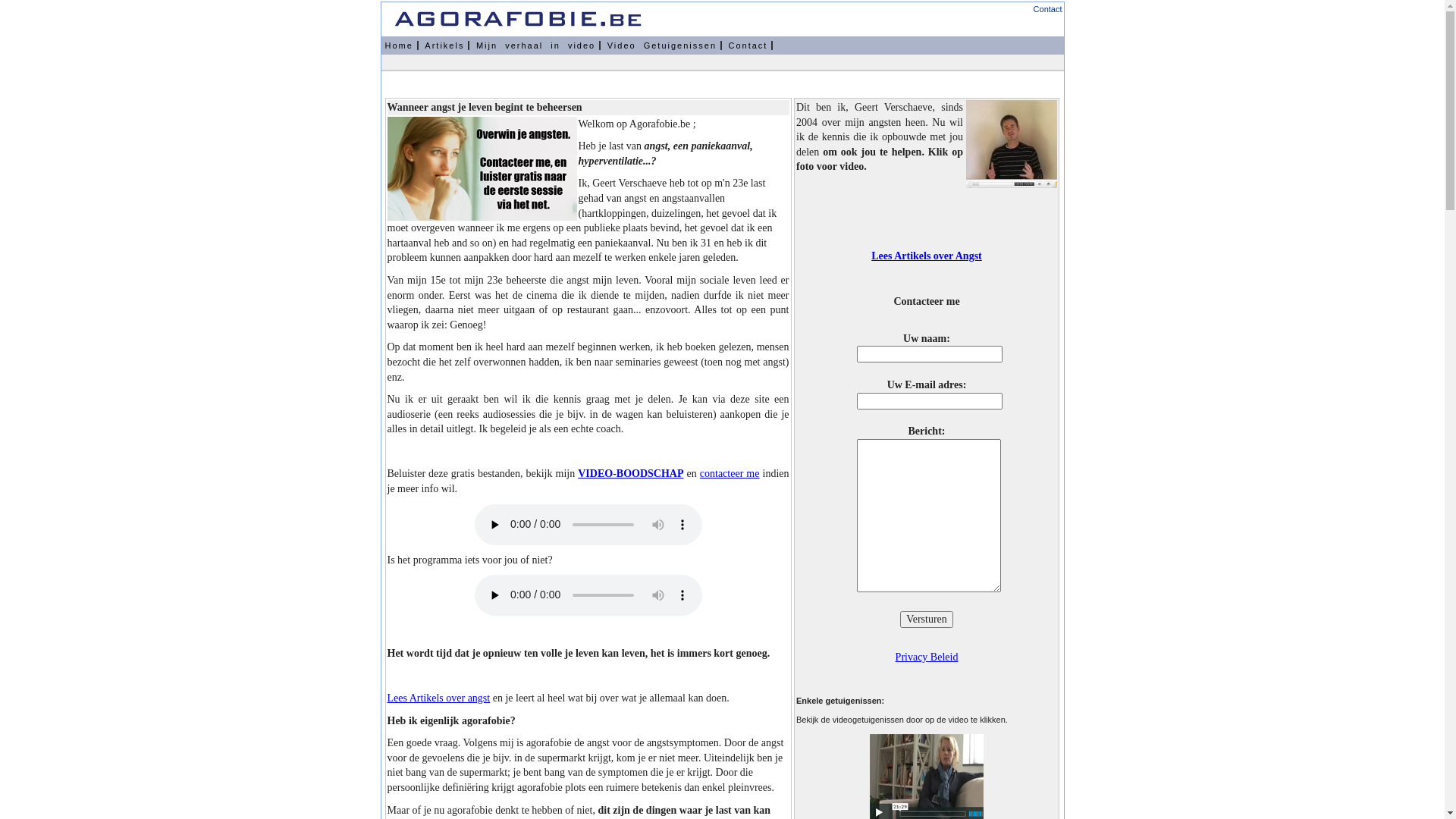 This screenshot has height=819, width=1456. Describe the element at coordinates (730, 472) in the screenshot. I see `'contacteer me'` at that location.